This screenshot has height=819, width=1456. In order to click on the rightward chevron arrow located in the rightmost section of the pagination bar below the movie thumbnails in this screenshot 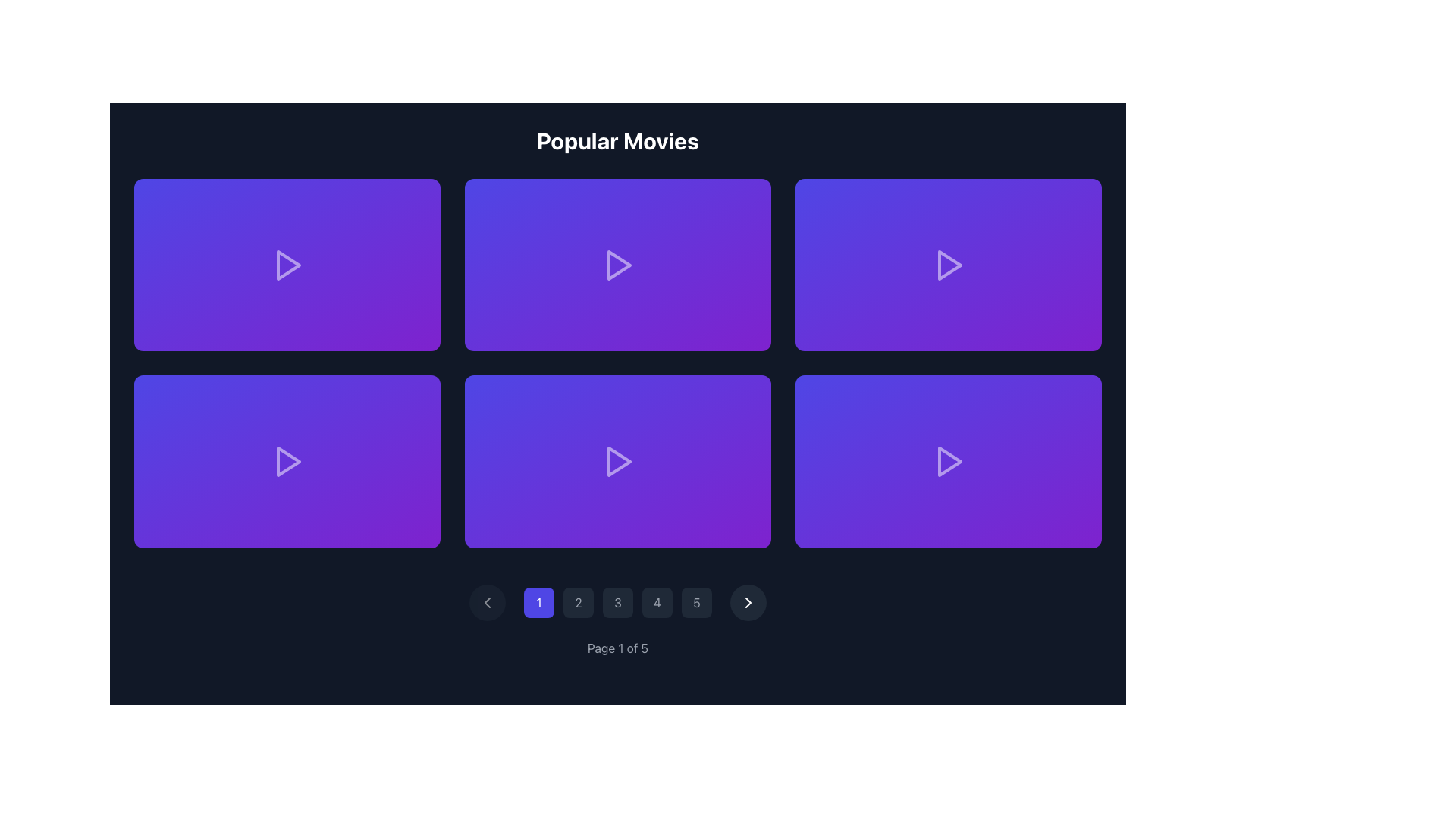, I will do `click(748, 601)`.